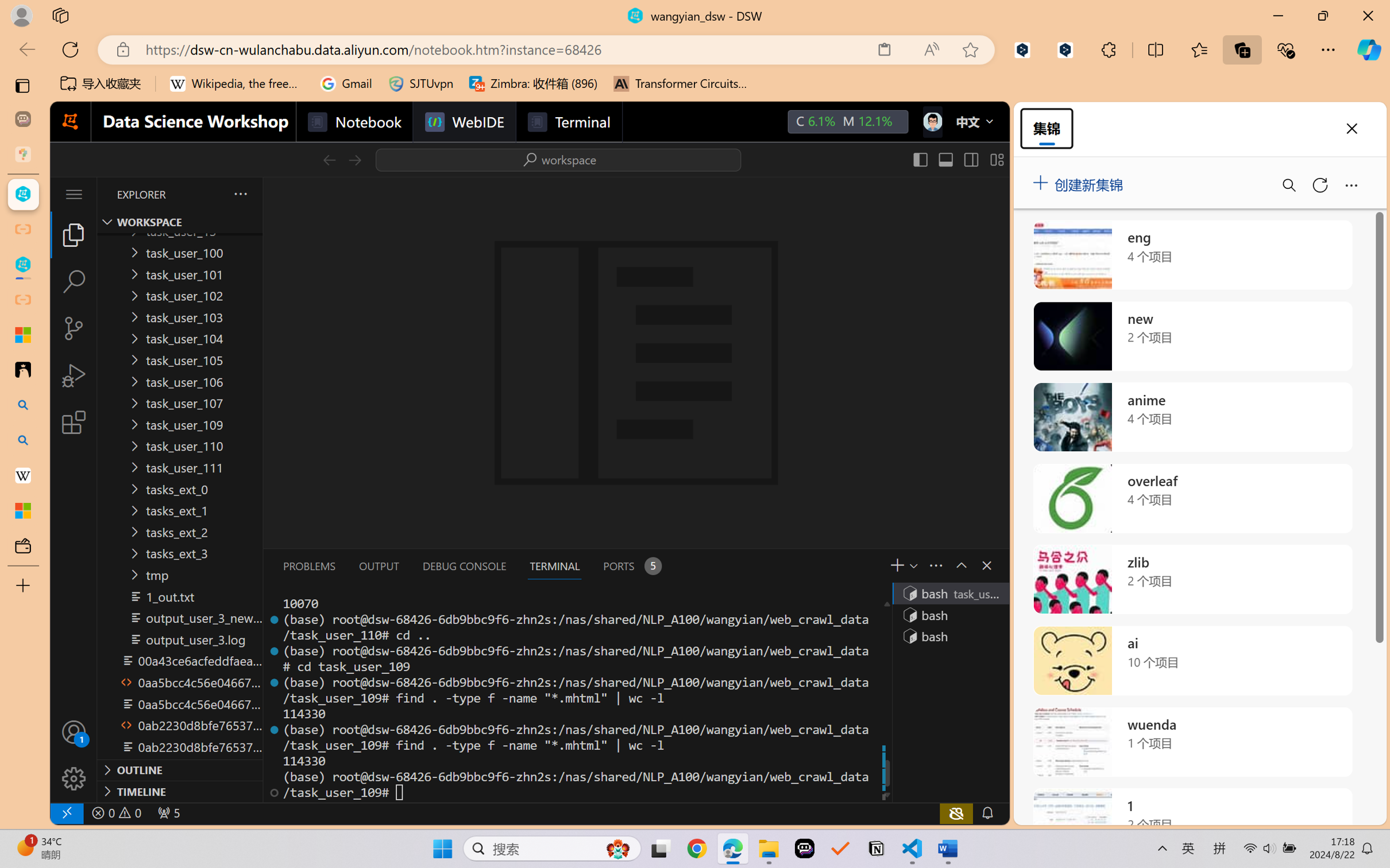 The image size is (1390, 868). I want to click on 'Forwarded Ports: 36301, 47065, 38781, 45817, 50331', so click(167, 812).